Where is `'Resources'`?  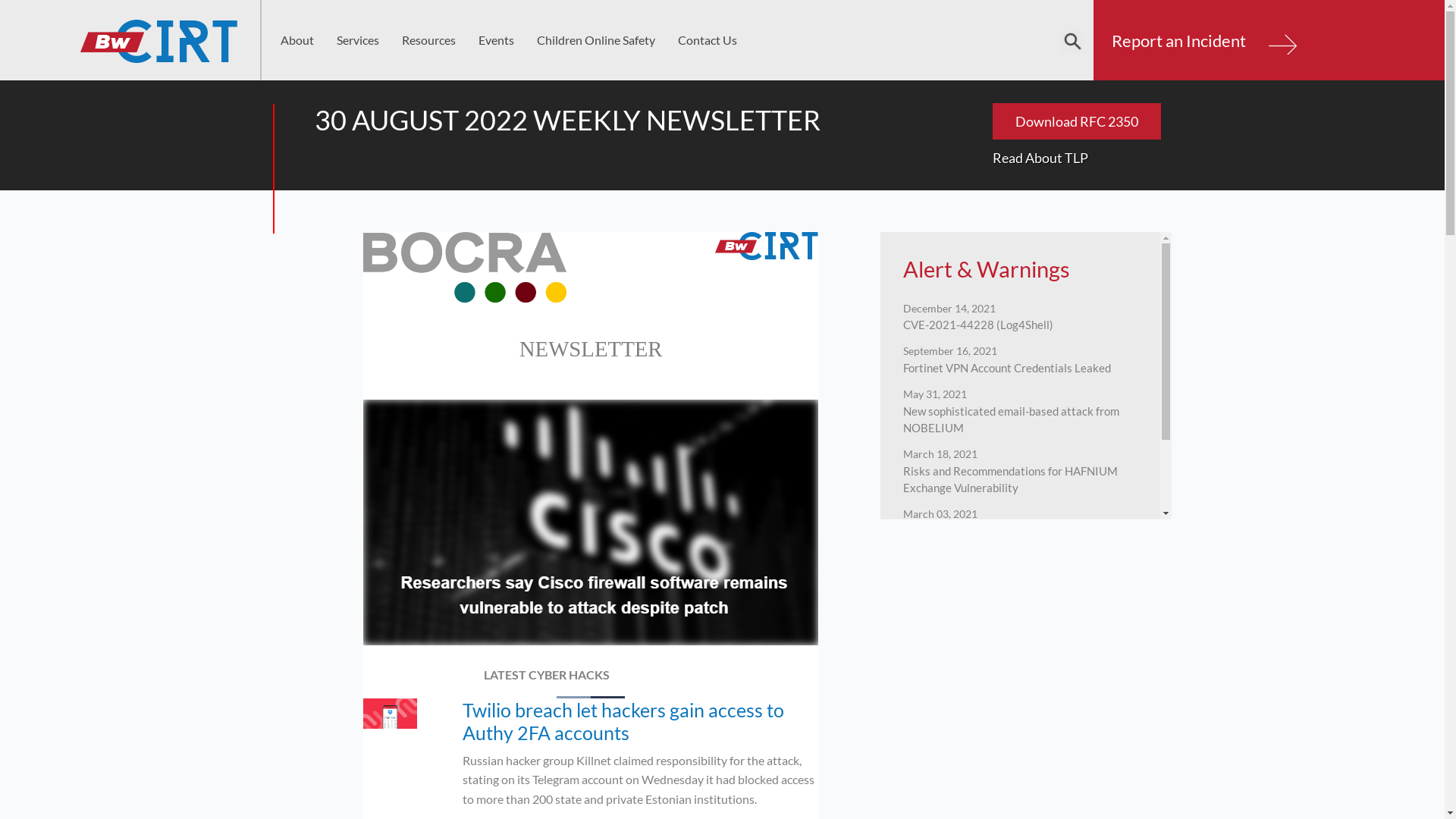 'Resources' is located at coordinates (428, 39).